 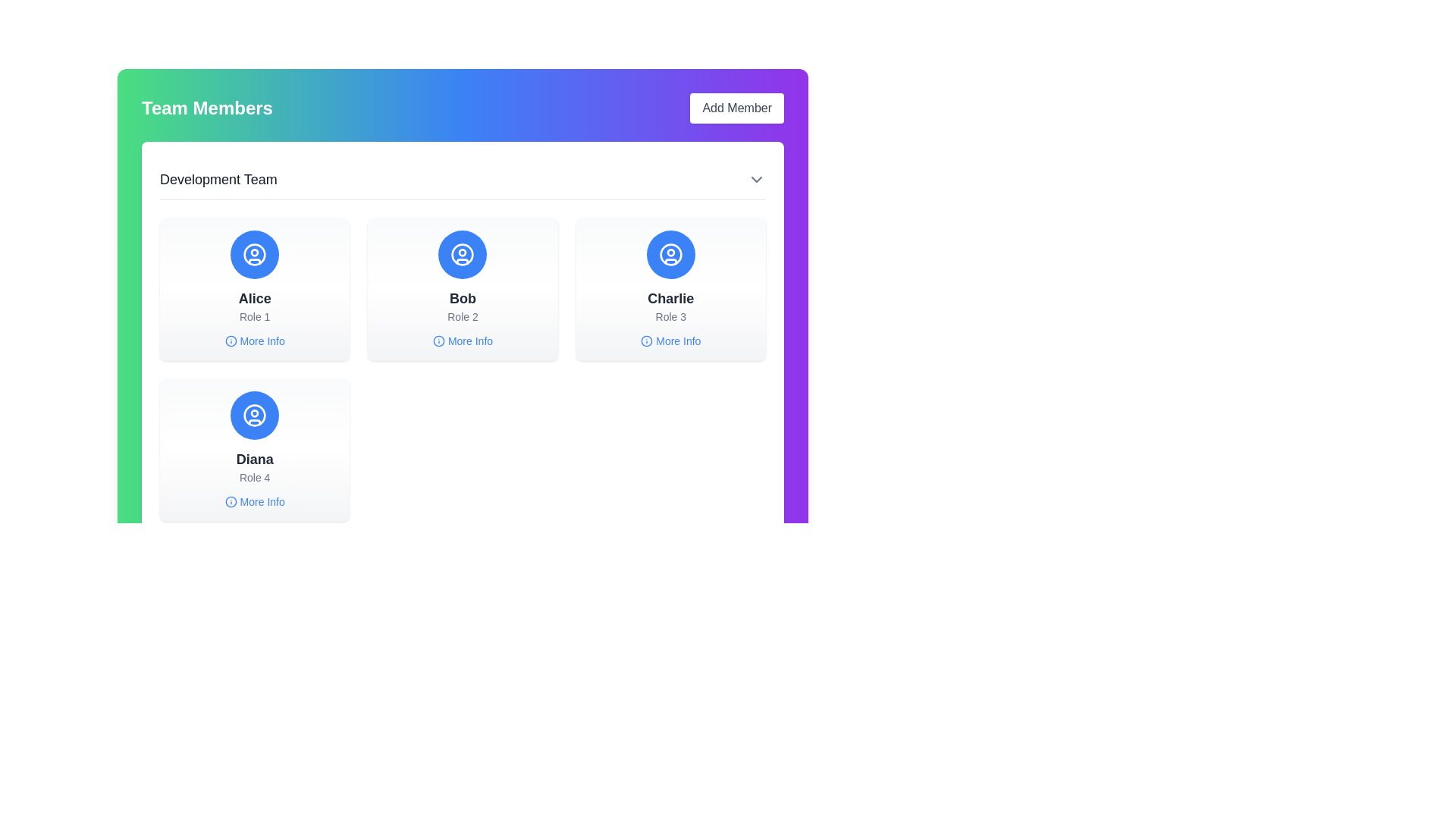 I want to click on the informational icon located in the 'More Info' section under Bob's profile in the Development Team group, so click(x=438, y=341).